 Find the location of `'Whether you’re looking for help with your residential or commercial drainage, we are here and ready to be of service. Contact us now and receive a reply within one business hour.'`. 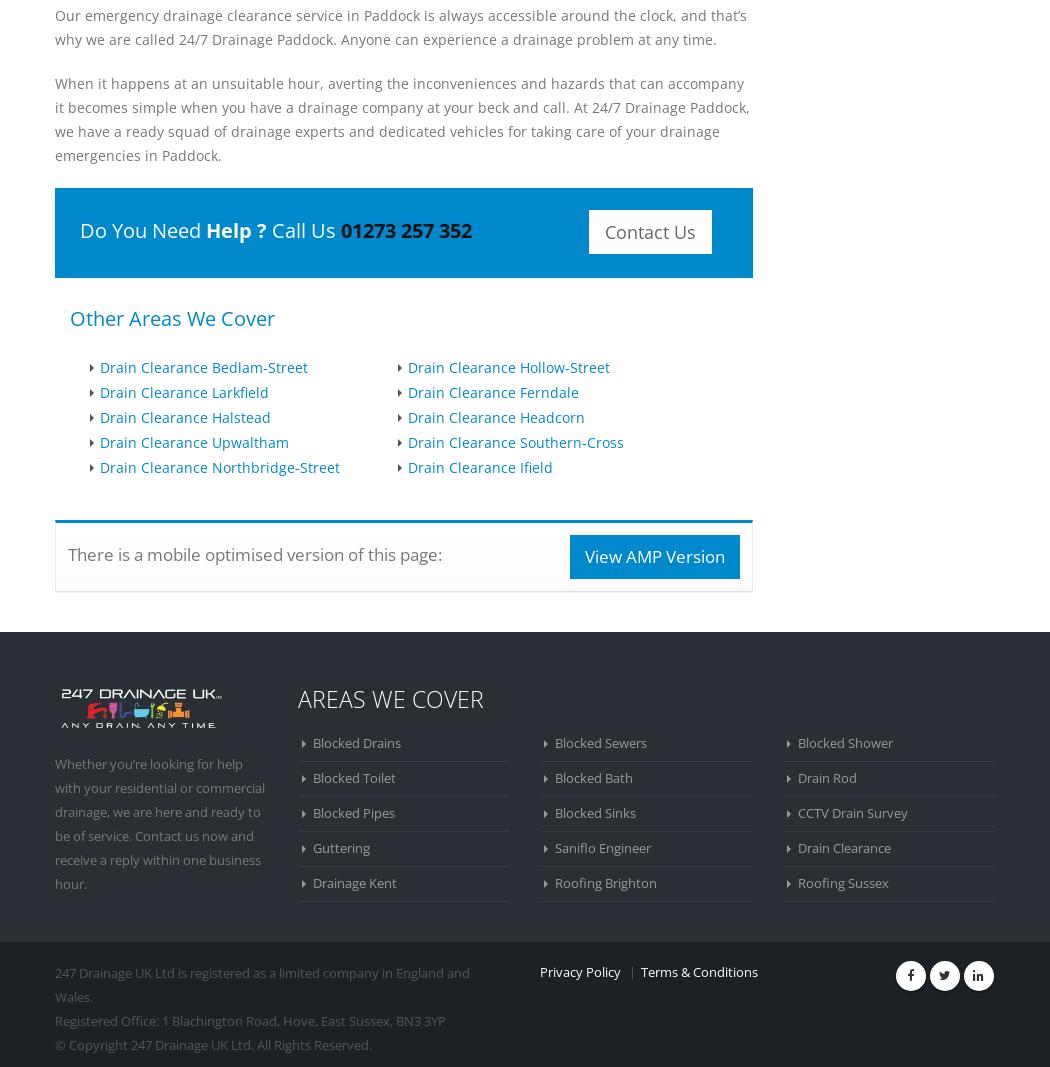

'Whether you’re looking for help with your residential or commercial drainage, we are here and ready to be of service. Contact us now and receive a reply within one business hour.' is located at coordinates (160, 822).